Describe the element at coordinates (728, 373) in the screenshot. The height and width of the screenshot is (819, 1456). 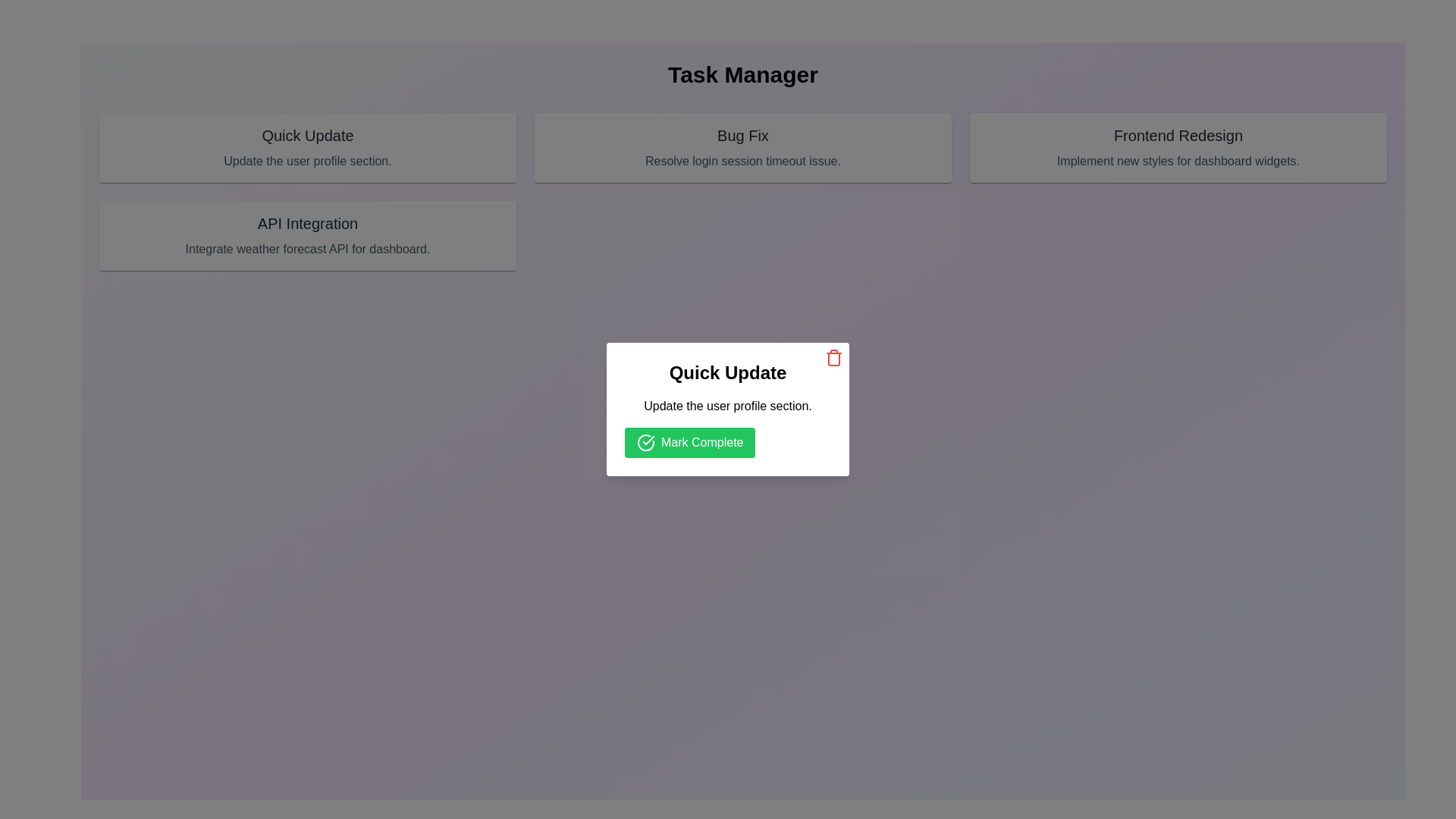
I see `the title text label 'Quick Update', which is located at the top center of the dialog box, above a smaller descriptive text and a green button labeled 'Mark Complete'` at that location.